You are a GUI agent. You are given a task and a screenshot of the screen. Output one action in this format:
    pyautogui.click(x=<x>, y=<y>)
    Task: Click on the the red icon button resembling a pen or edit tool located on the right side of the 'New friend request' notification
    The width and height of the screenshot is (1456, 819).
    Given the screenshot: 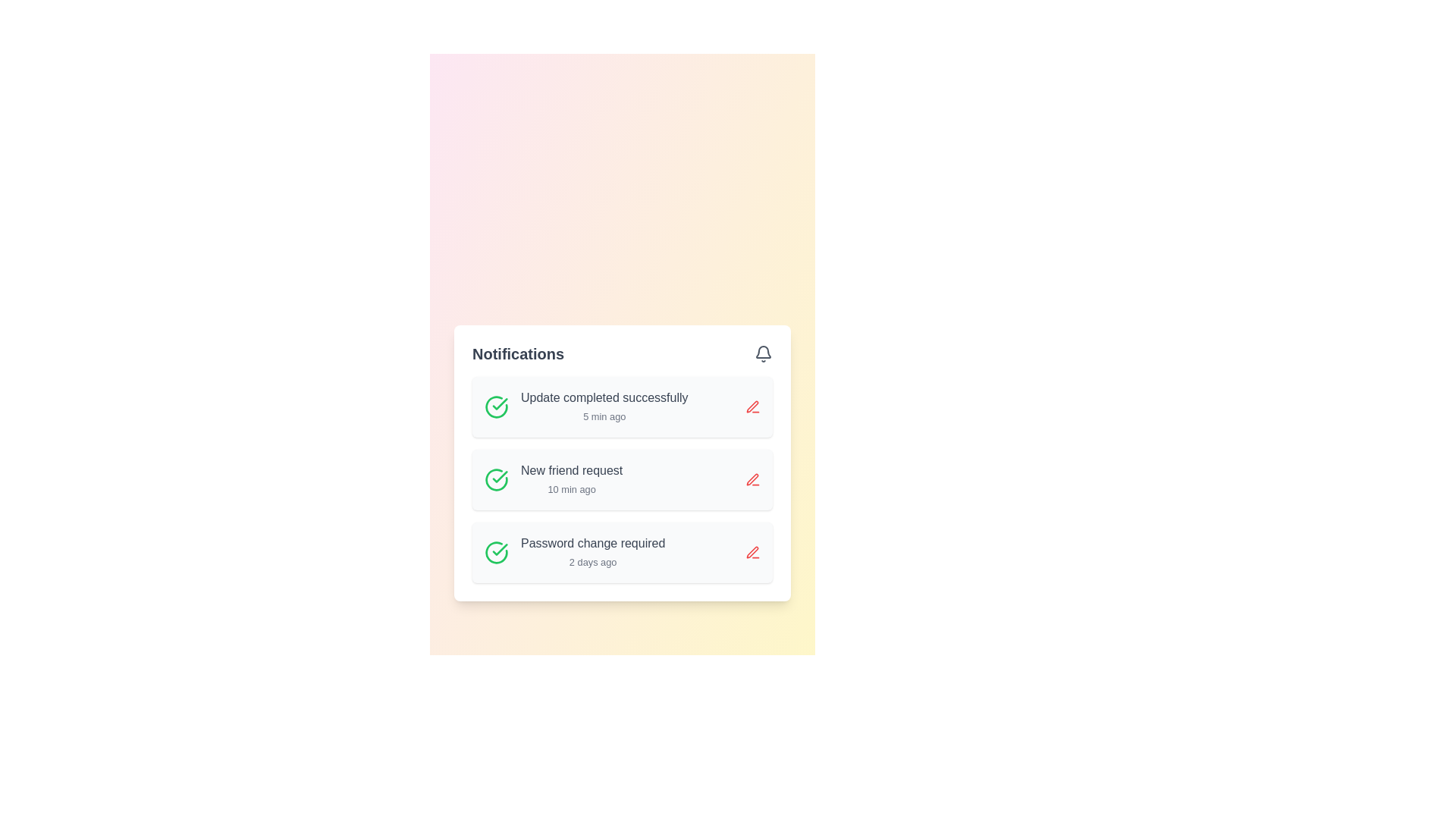 What is the action you would take?
    pyautogui.click(x=753, y=479)
    